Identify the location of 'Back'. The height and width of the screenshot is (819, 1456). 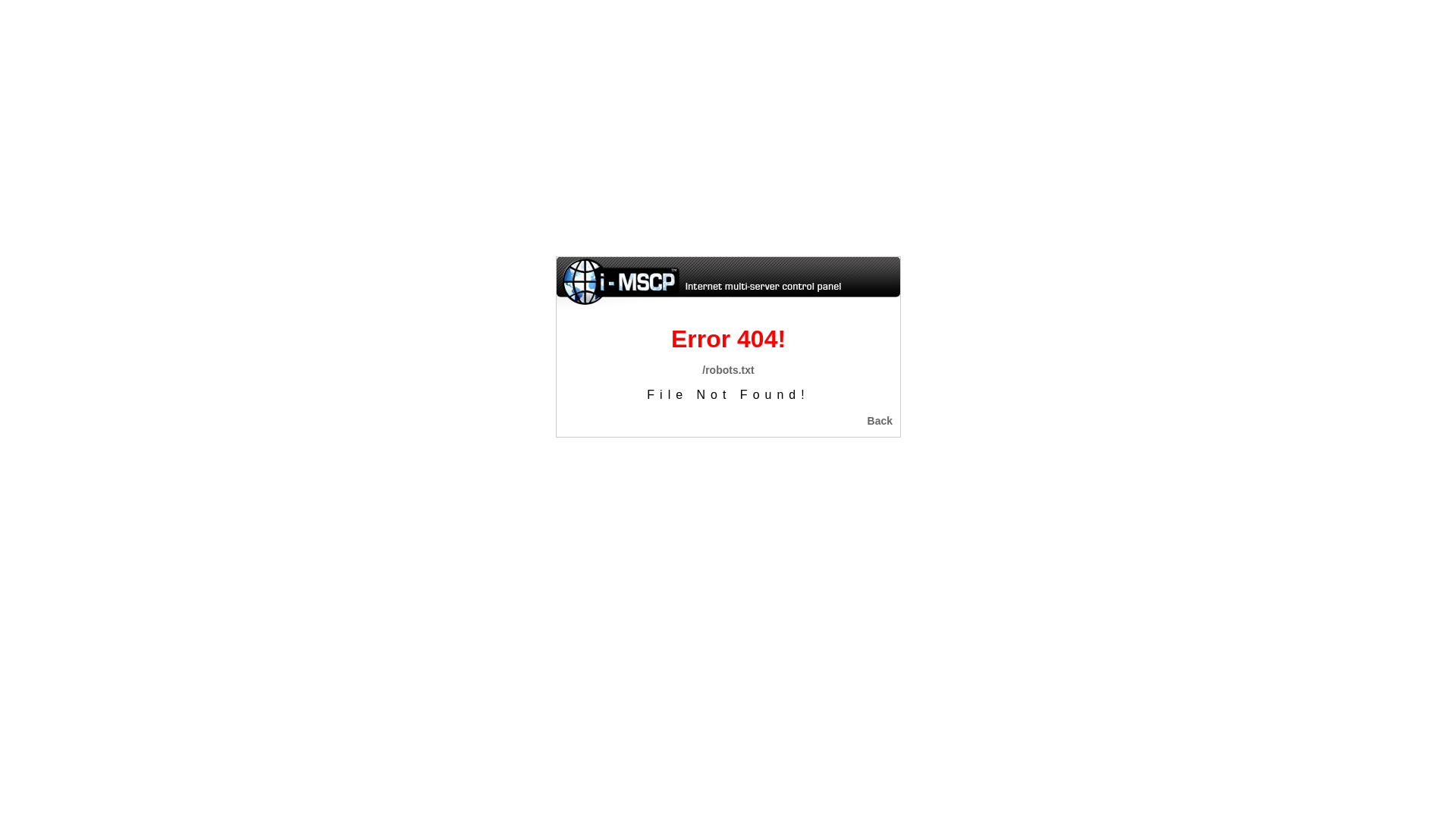
(880, 421).